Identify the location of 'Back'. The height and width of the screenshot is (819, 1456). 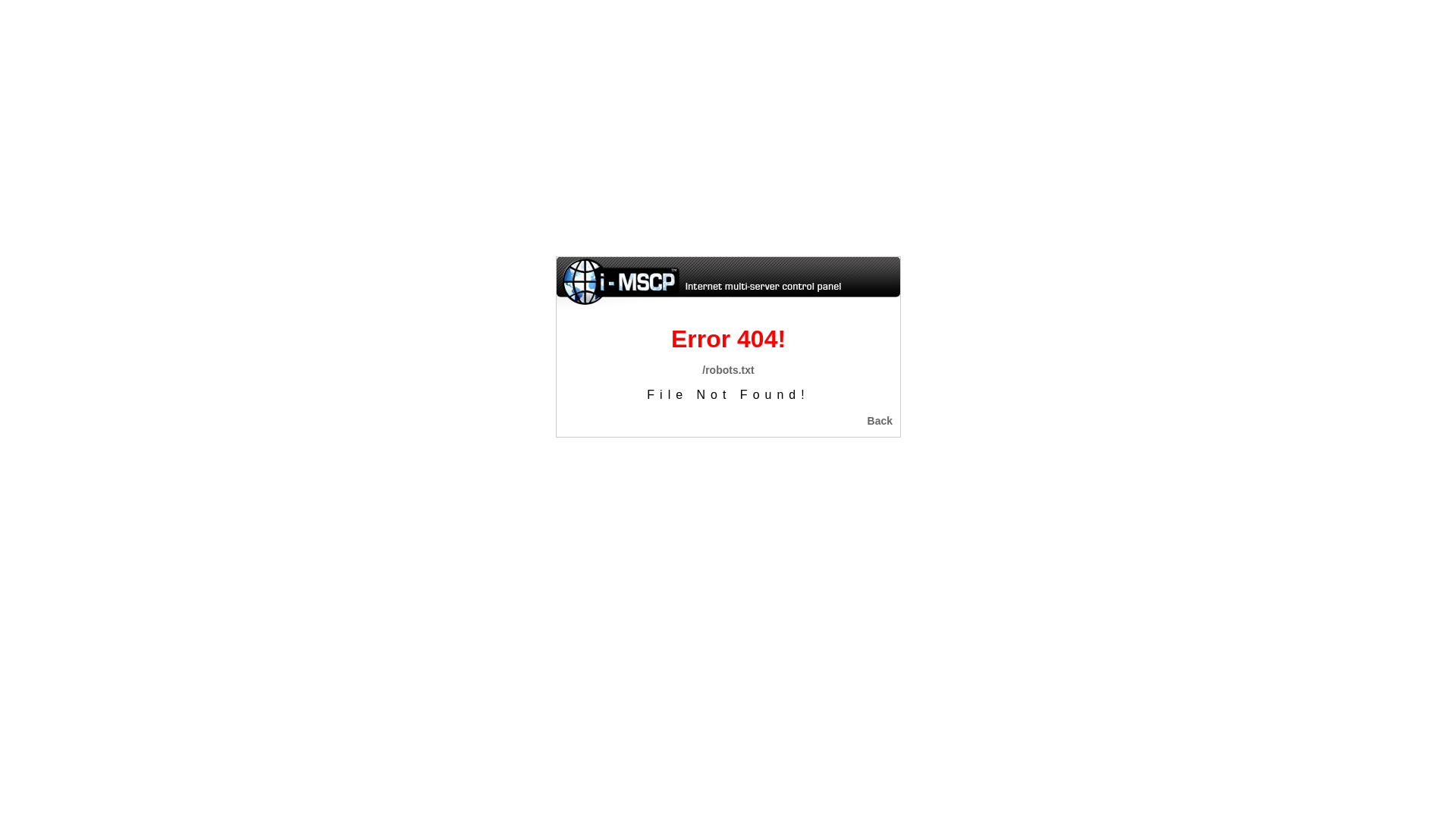
(880, 421).